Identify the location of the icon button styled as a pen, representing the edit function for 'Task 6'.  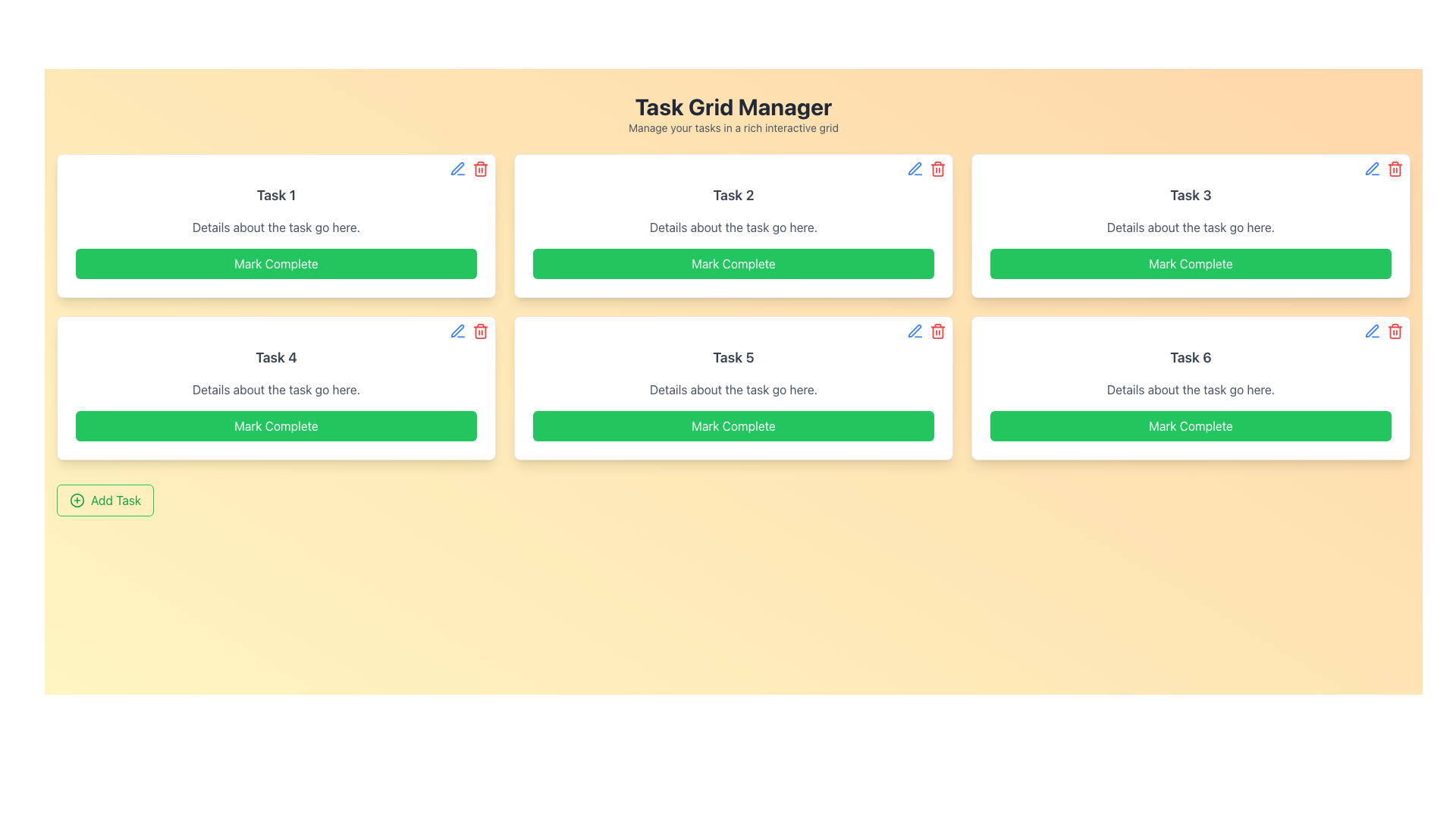
(1372, 330).